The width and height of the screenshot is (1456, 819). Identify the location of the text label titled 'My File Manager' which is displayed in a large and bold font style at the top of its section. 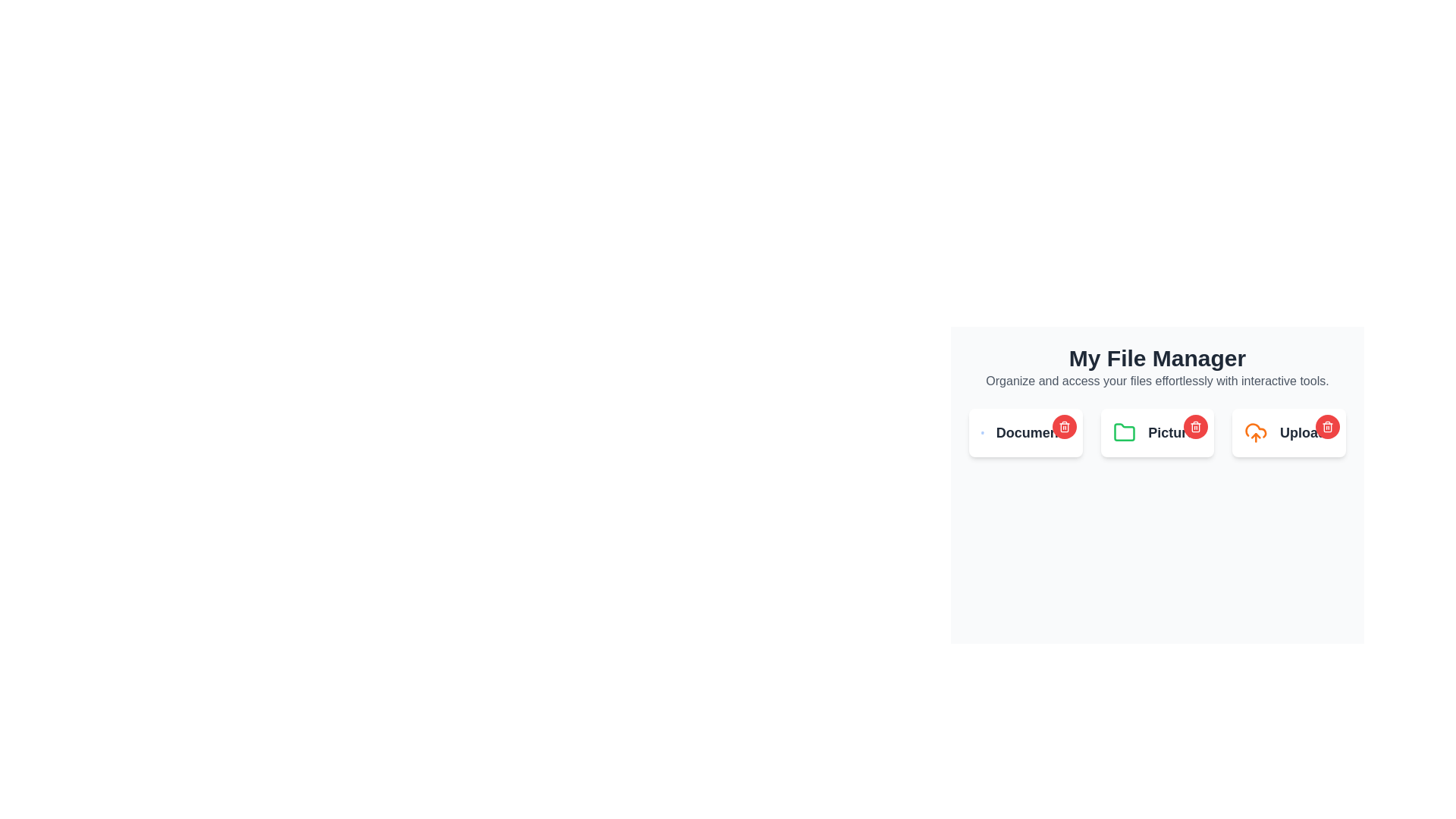
(1156, 359).